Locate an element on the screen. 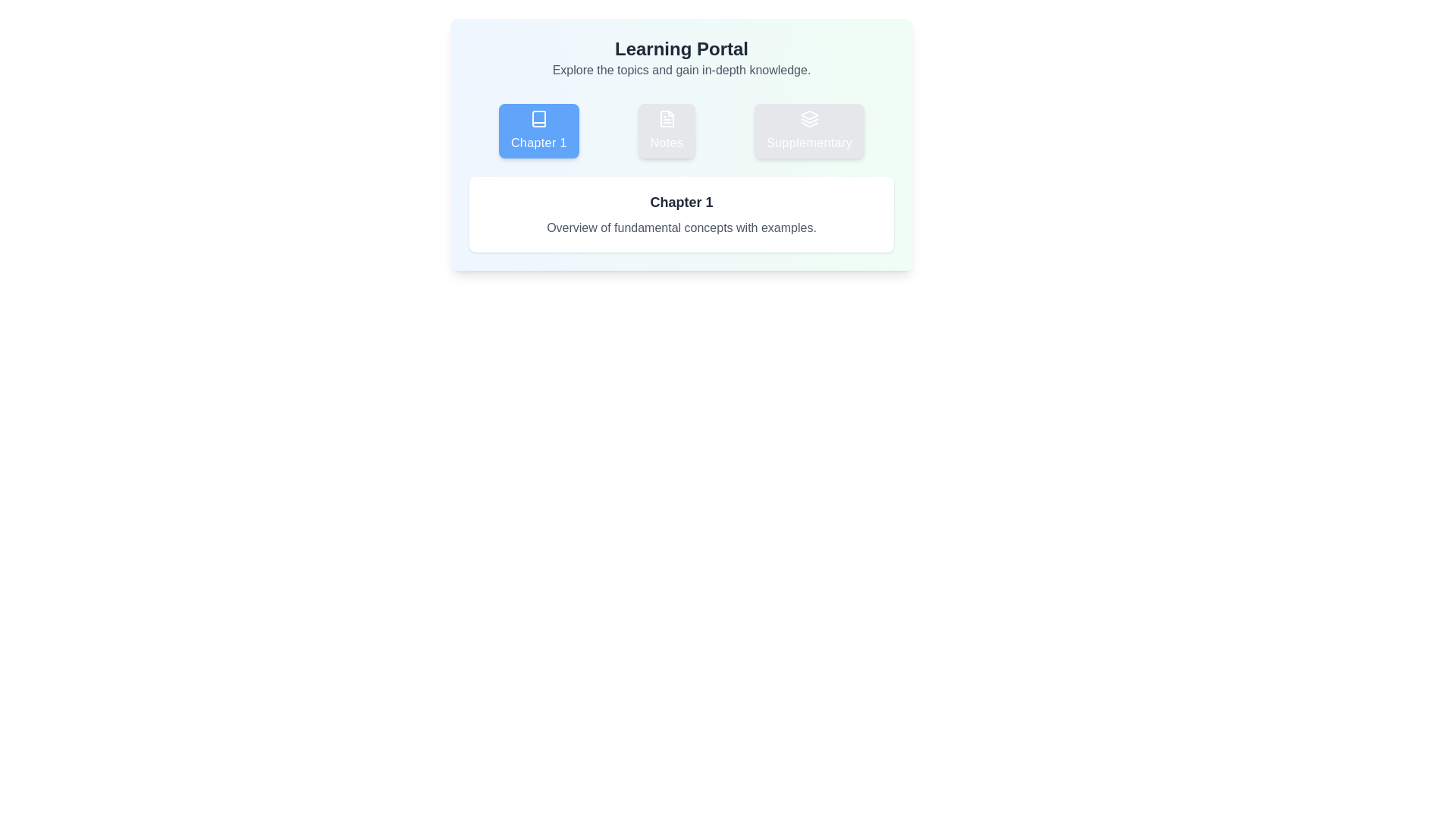 This screenshot has height=819, width=1456. text that states 'Overview of fundamental concepts with examples.' which is styled in a subtle gray color and positioned below 'Chapter 1' is located at coordinates (680, 227).